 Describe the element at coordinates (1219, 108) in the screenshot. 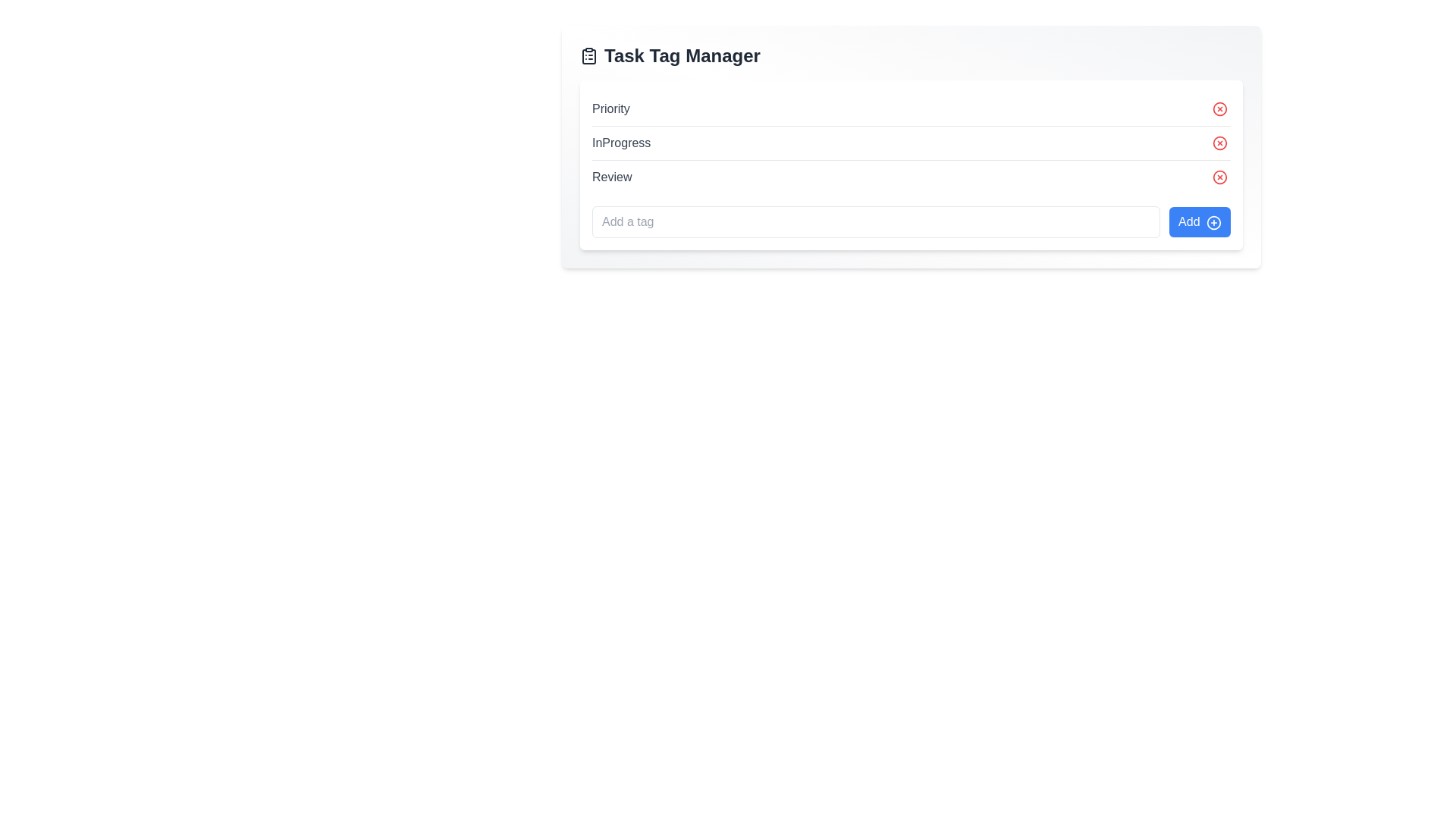

I see `the circular red 'X' button located at the rightmost position of the row labeled 'Priority' under the 'Task Tag Manager' heading` at that location.